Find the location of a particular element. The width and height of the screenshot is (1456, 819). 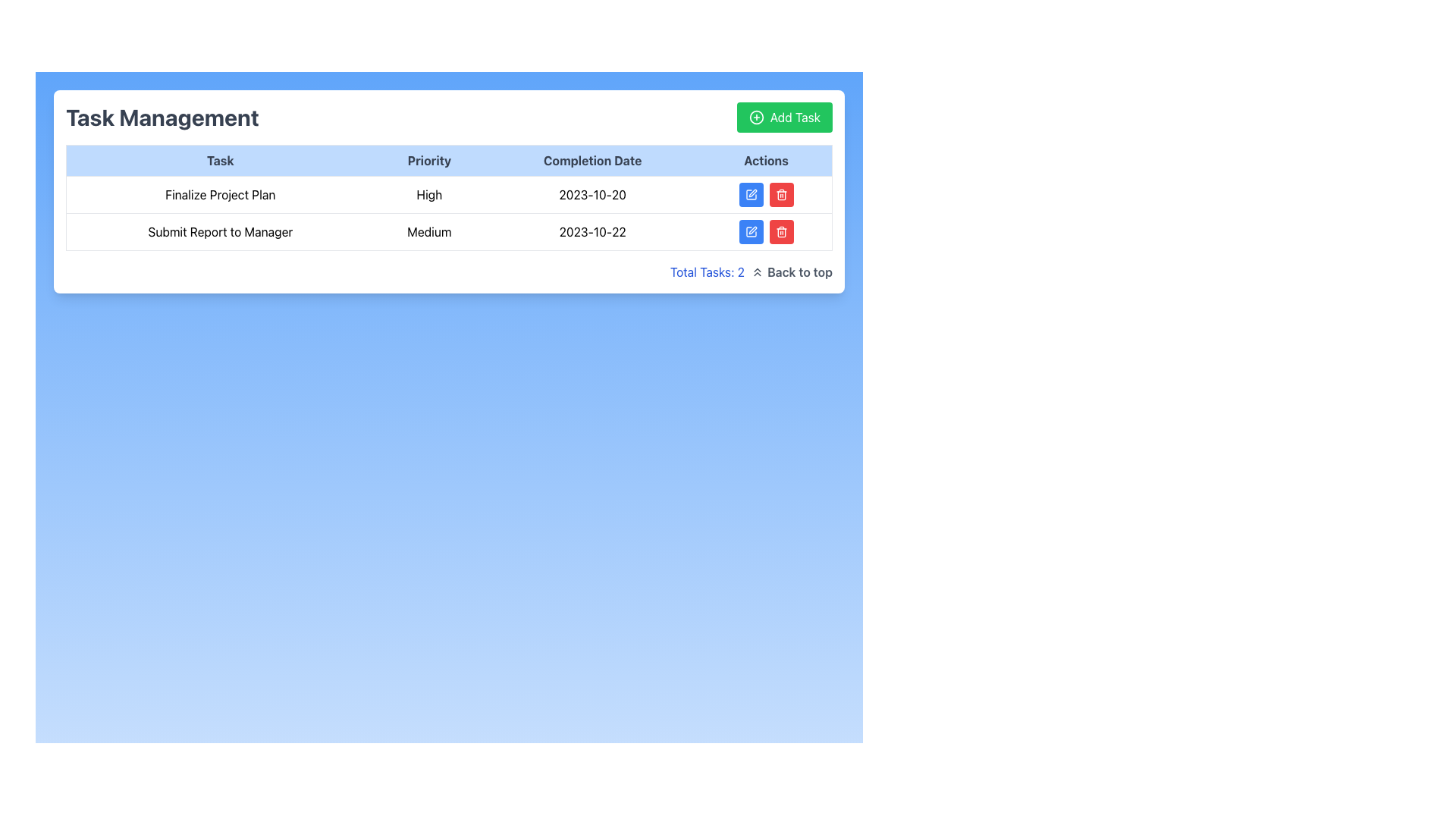

the blue button with a white pencil icon located in the first row of the tasks table in the 'Actions' column is located at coordinates (751, 194).